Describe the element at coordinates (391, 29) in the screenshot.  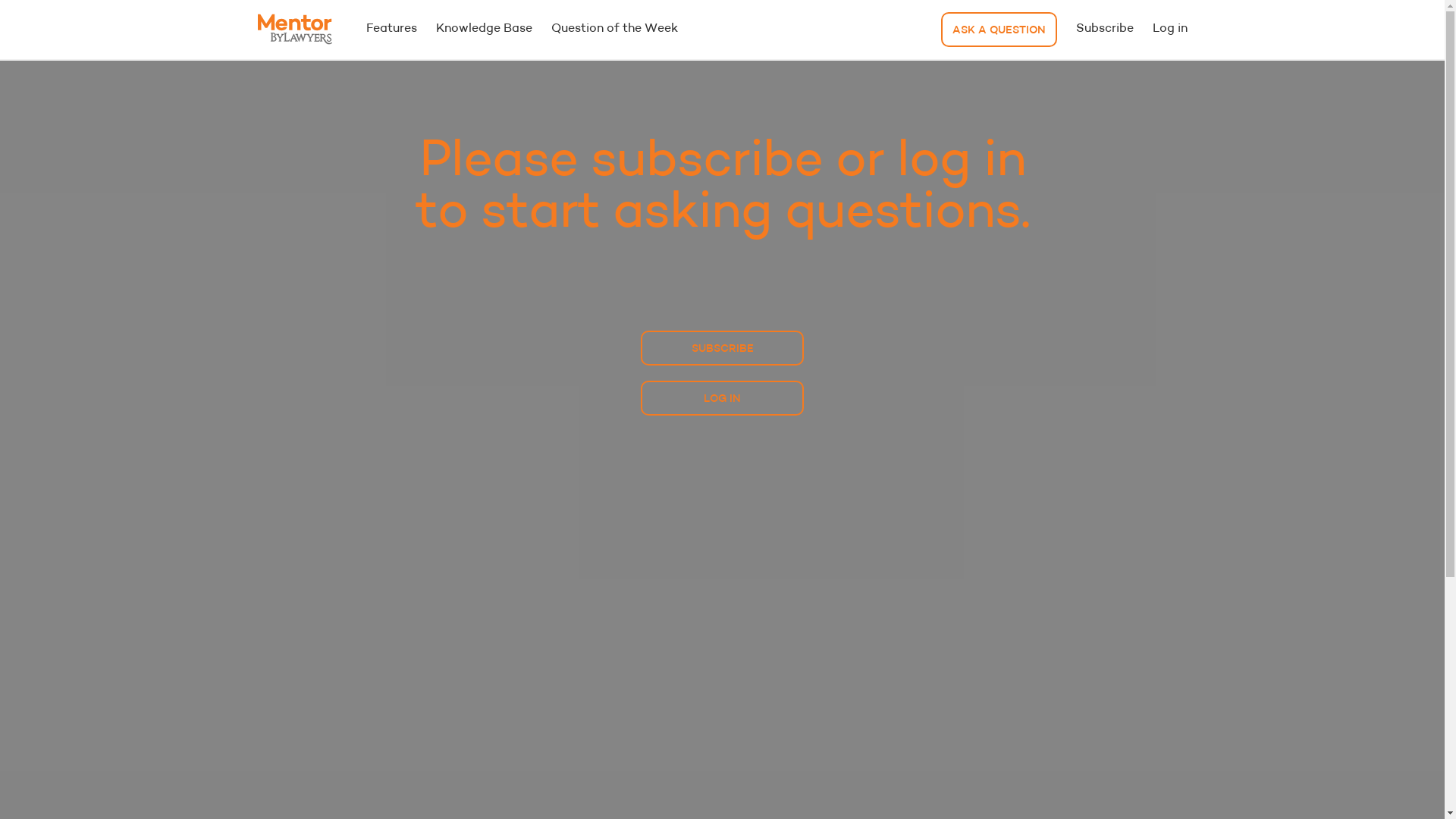
I see `'Features'` at that location.